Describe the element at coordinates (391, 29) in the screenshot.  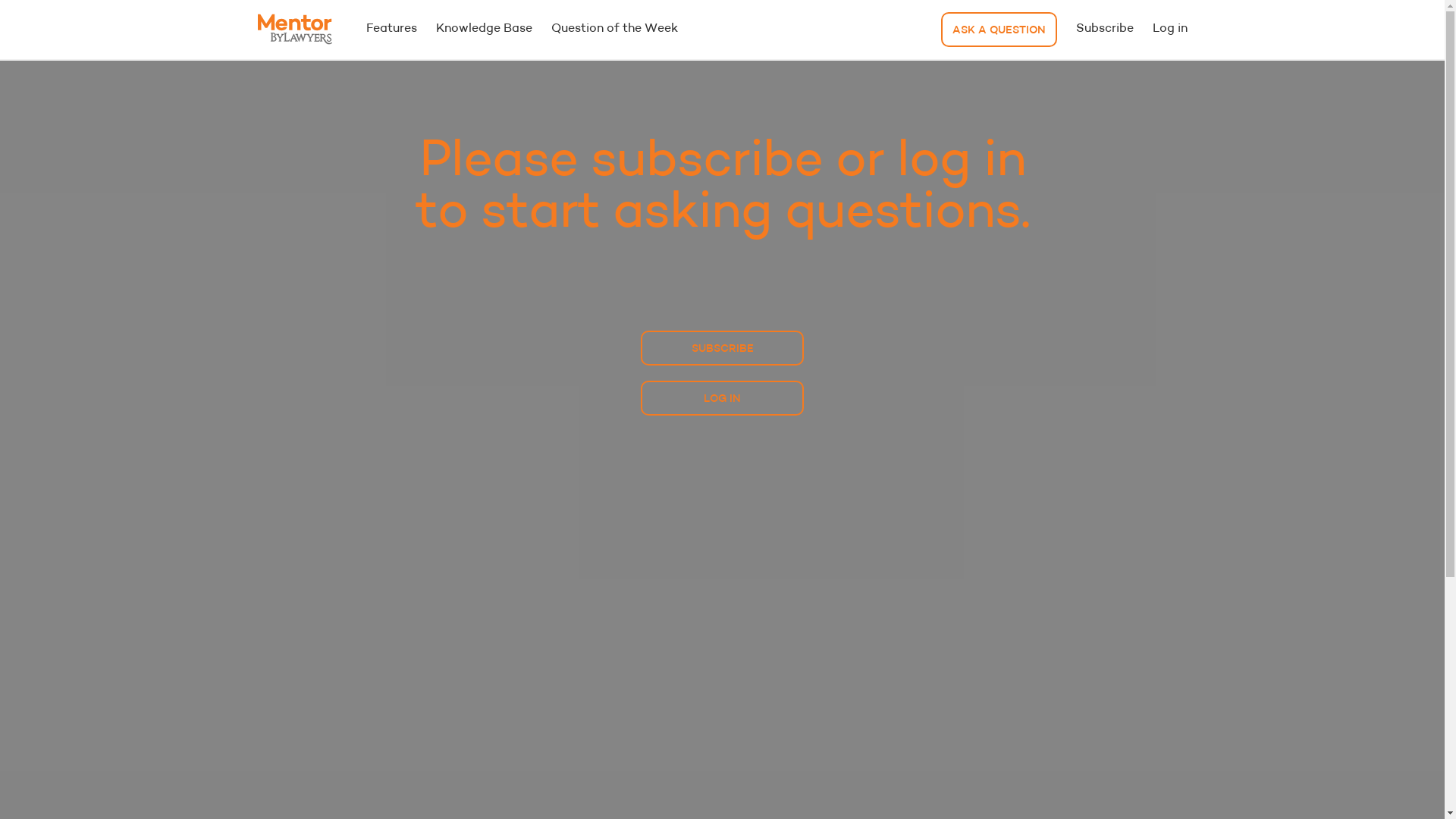
I see `'Features'` at that location.